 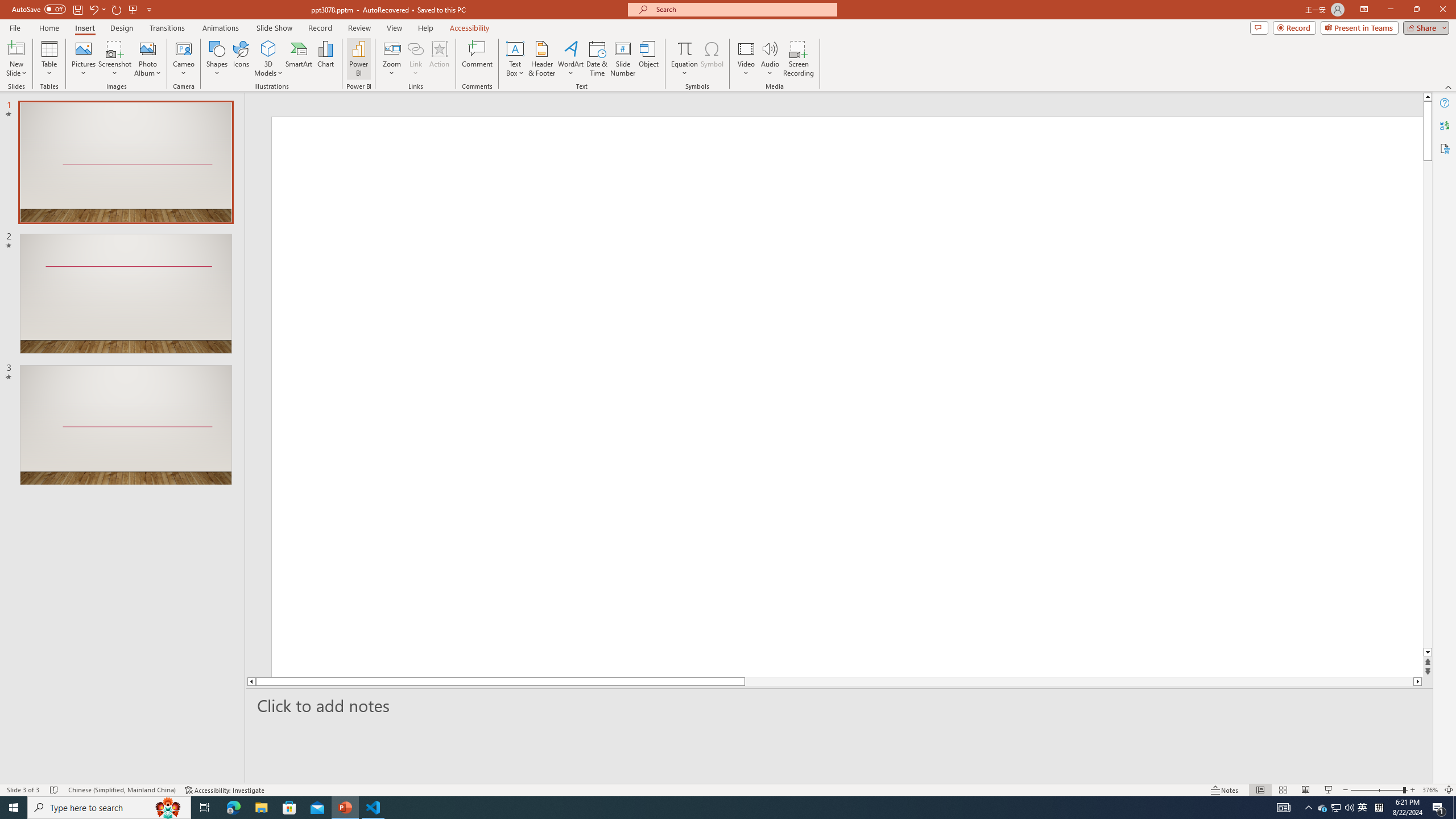 What do you see at coordinates (183, 59) in the screenshot?
I see `'Cameo'` at bounding box center [183, 59].